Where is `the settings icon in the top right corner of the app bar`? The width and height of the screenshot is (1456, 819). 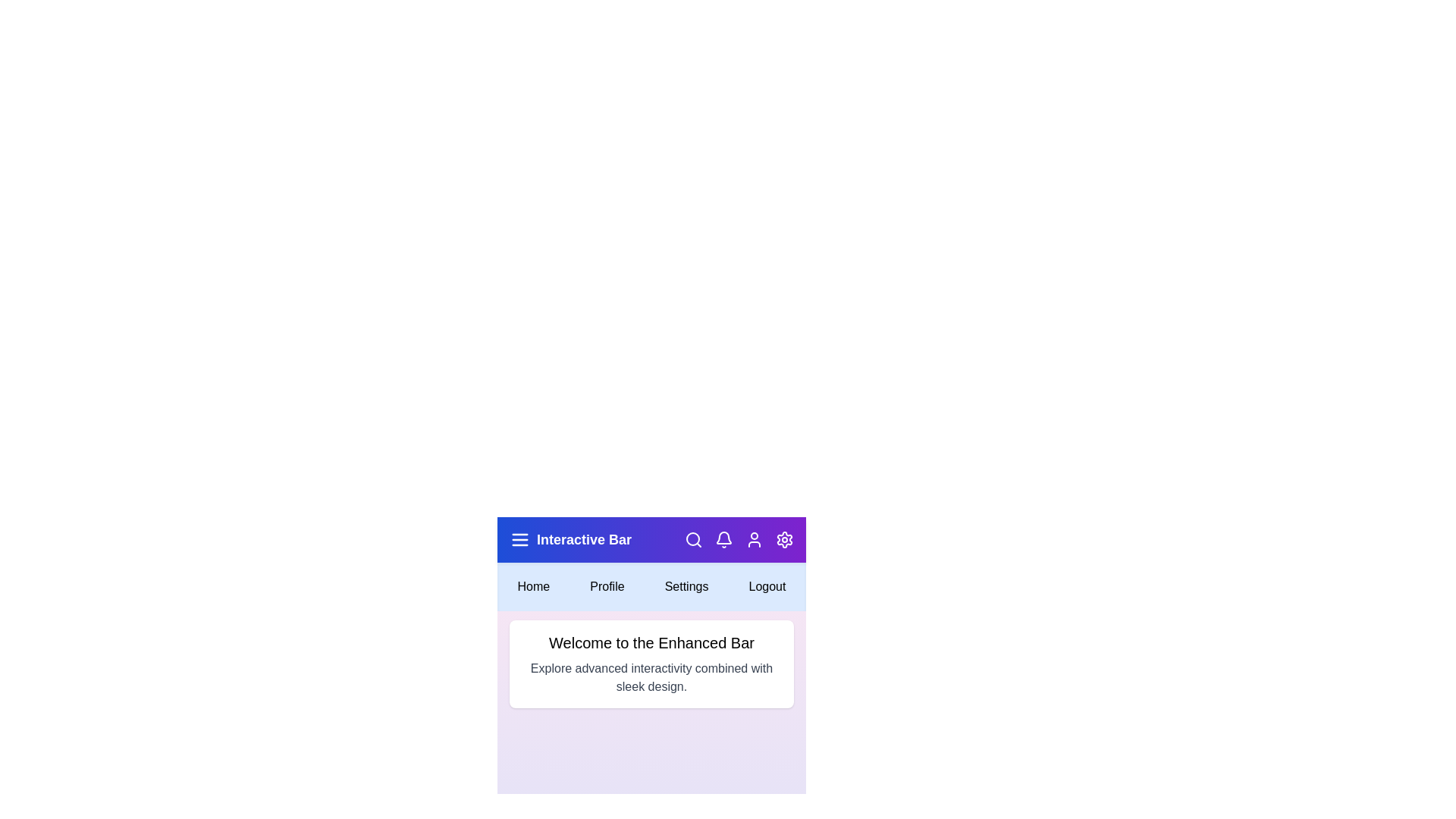 the settings icon in the top right corner of the app bar is located at coordinates (785, 539).